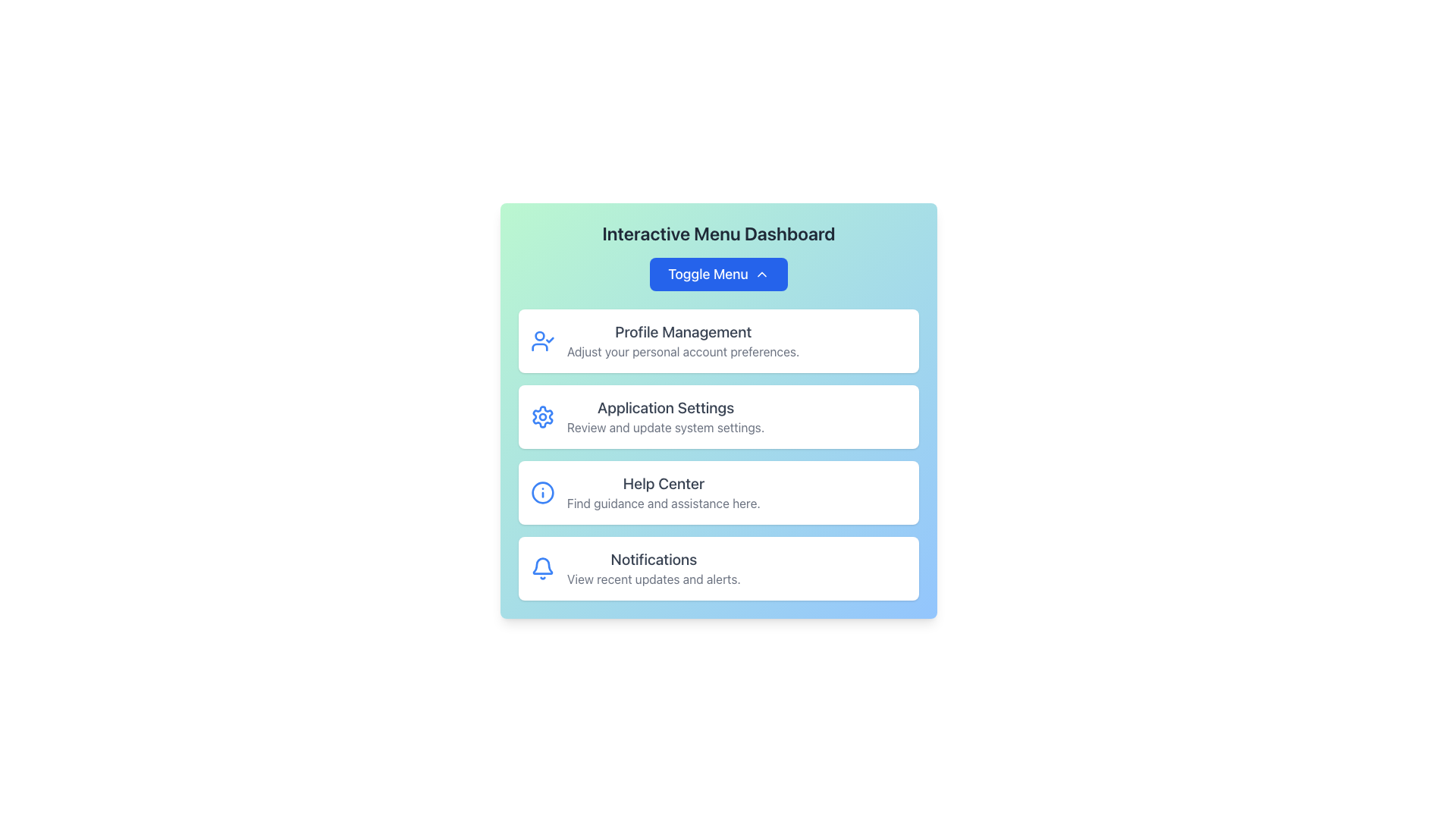  What do you see at coordinates (664, 493) in the screenshot?
I see `the 'Help Center' text block, which provides information and guidance to users, located between 'Application Settings' and 'Notifications'` at bounding box center [664, 493].